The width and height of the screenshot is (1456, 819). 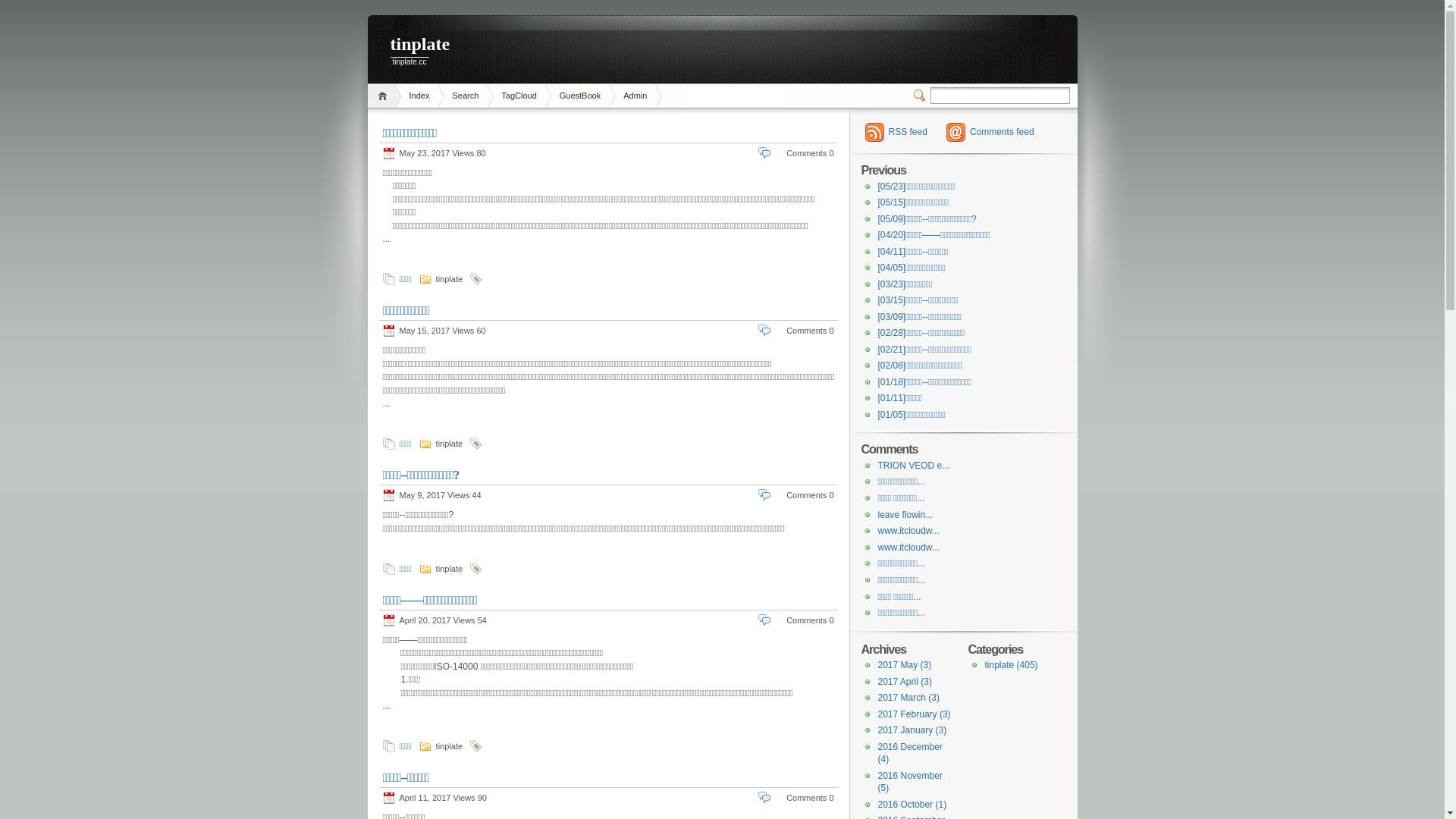 What do you see at coordinates (913, 714) in the screenshot?
I see `'2017 February (3)'` at bounding box center [913, 714].